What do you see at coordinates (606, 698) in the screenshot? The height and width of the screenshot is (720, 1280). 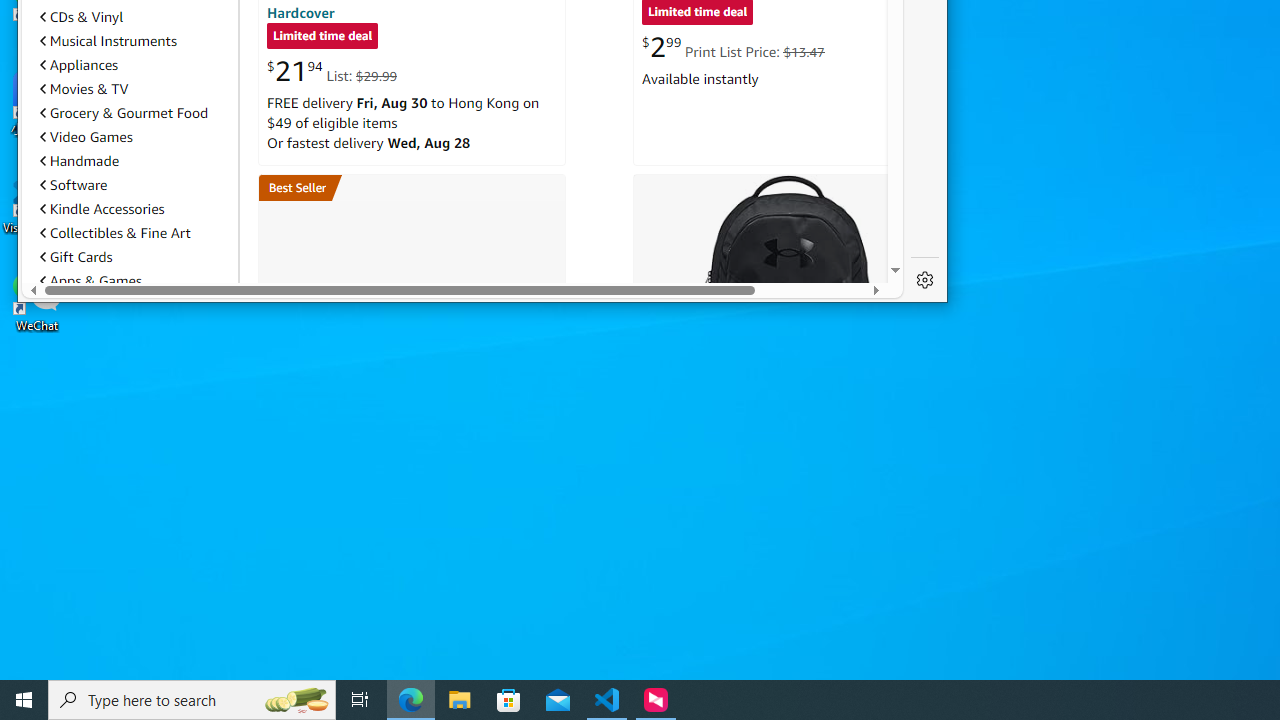 I see `'Visual Studio Code - 1 running window'` at bounding box center [606, 698].